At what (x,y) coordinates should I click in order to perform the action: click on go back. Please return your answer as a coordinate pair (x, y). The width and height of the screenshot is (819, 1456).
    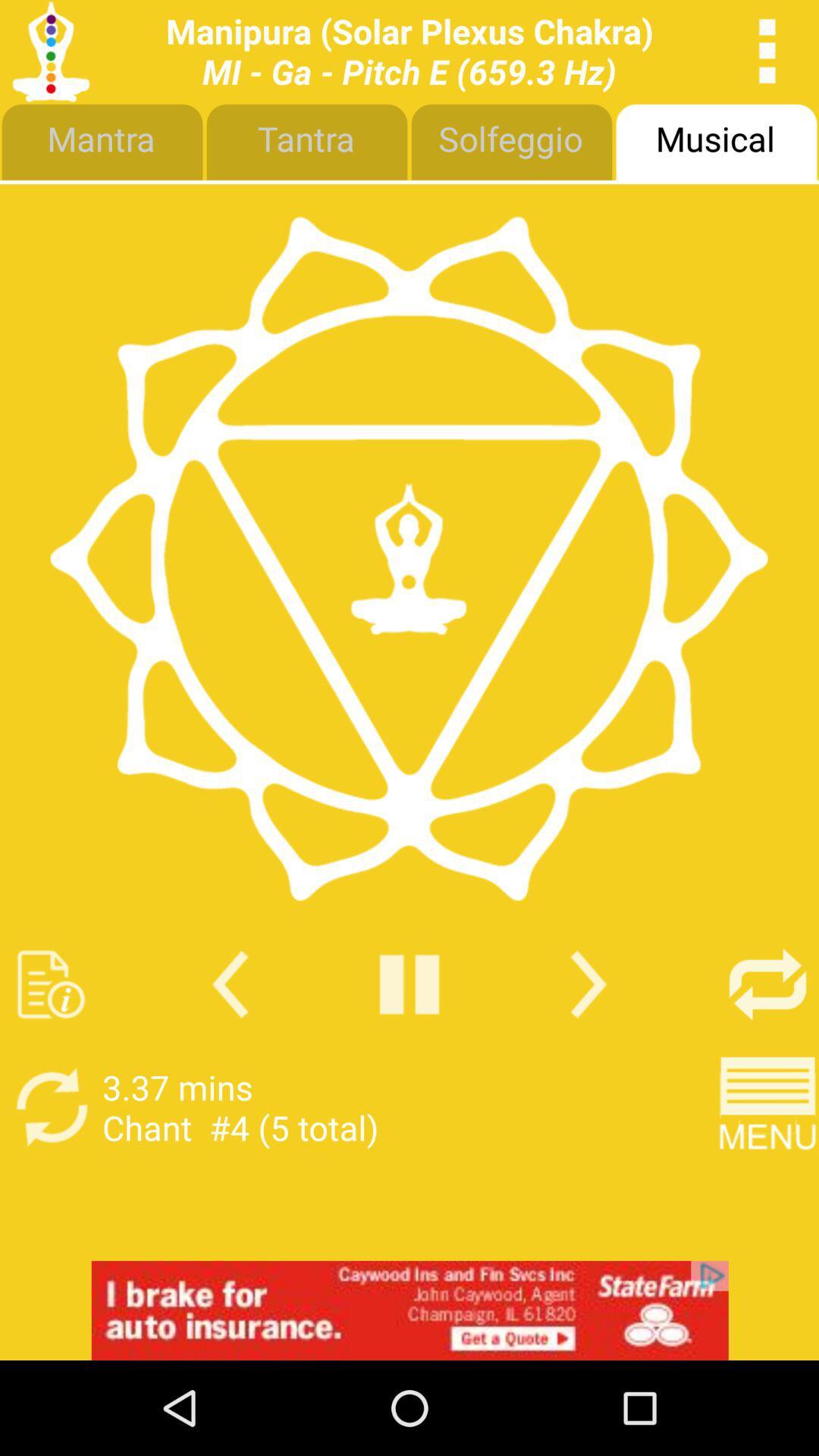
    Looking at the image, I should click on (230, 984).